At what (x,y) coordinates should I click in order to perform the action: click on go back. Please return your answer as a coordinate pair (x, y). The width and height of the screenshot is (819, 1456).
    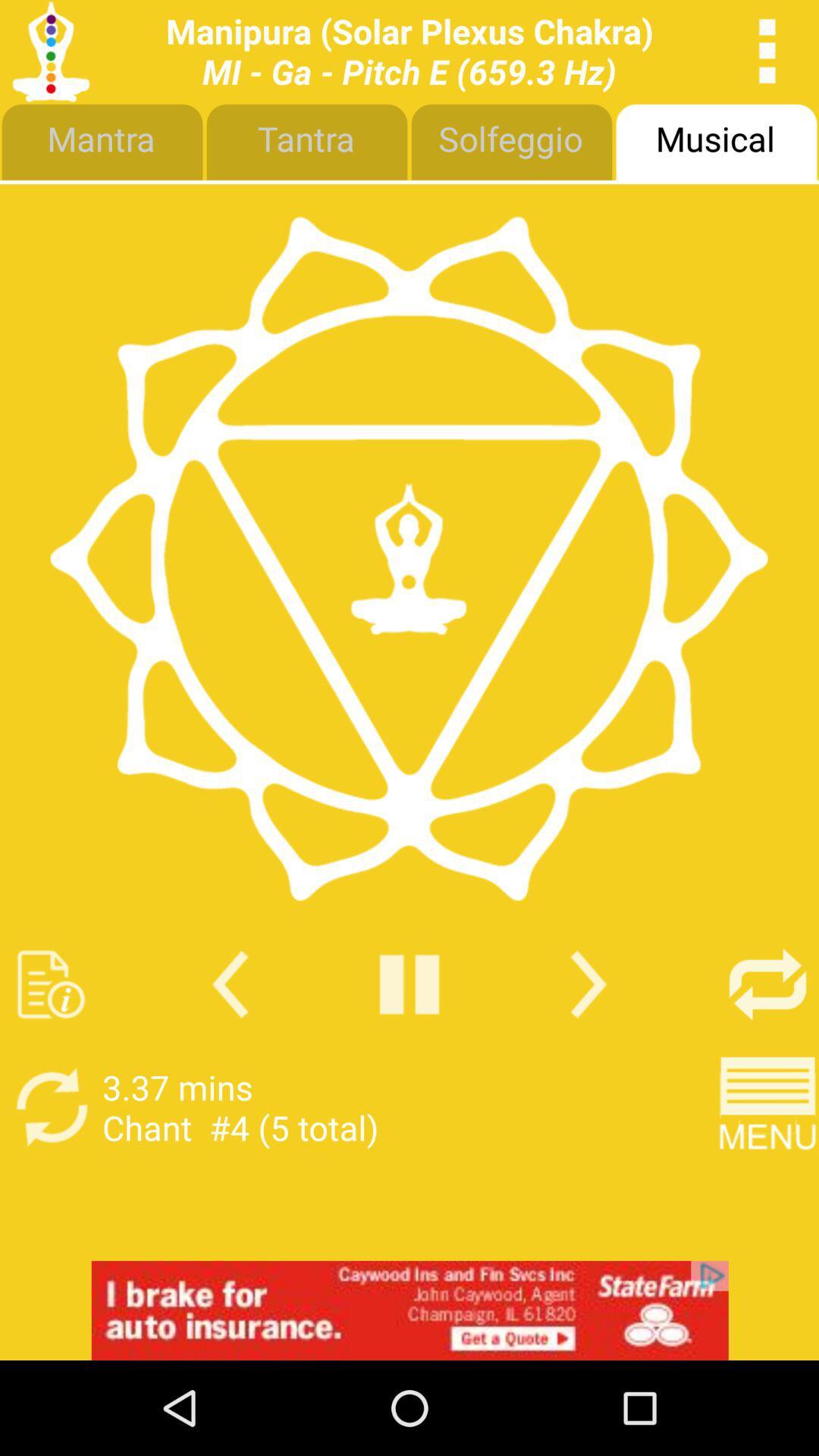
    Looking at the image, I should click on (230, 984).